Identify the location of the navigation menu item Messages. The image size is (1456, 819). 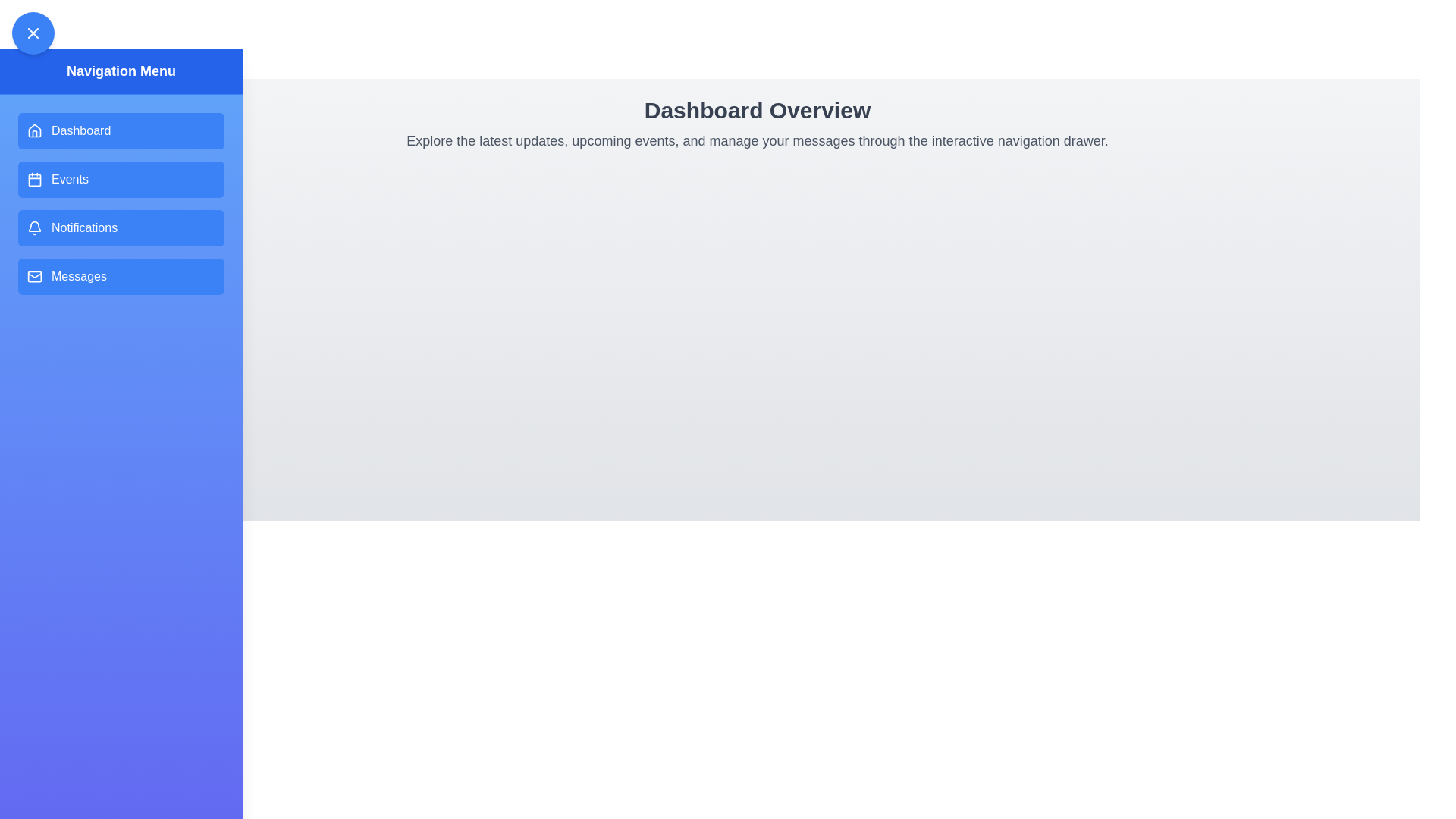
(120, 277).